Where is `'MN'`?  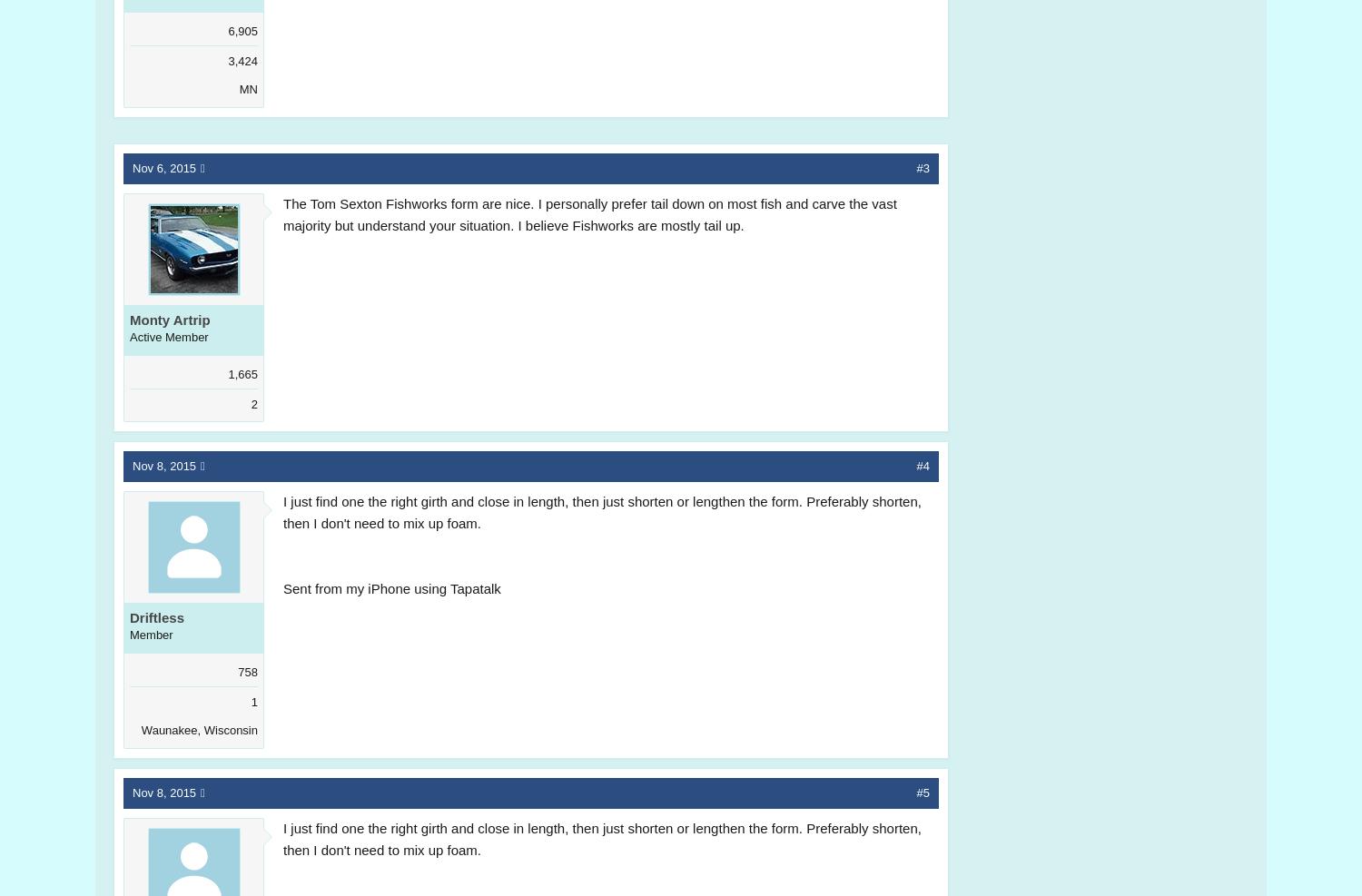 'MN' is located at coordinates (238, 89).